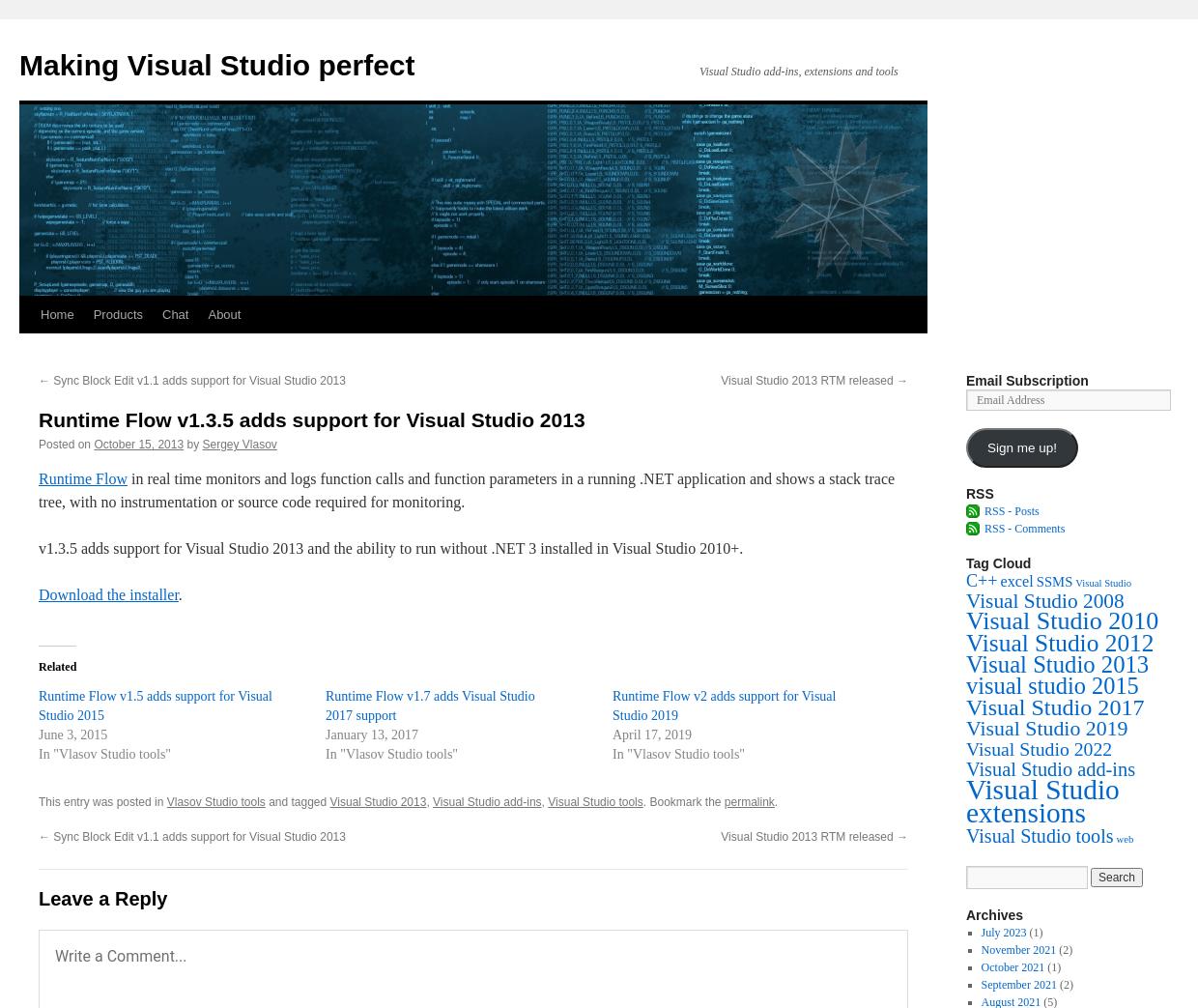  I want to click on 'Visual Studio 2012', so click(1059, 642).